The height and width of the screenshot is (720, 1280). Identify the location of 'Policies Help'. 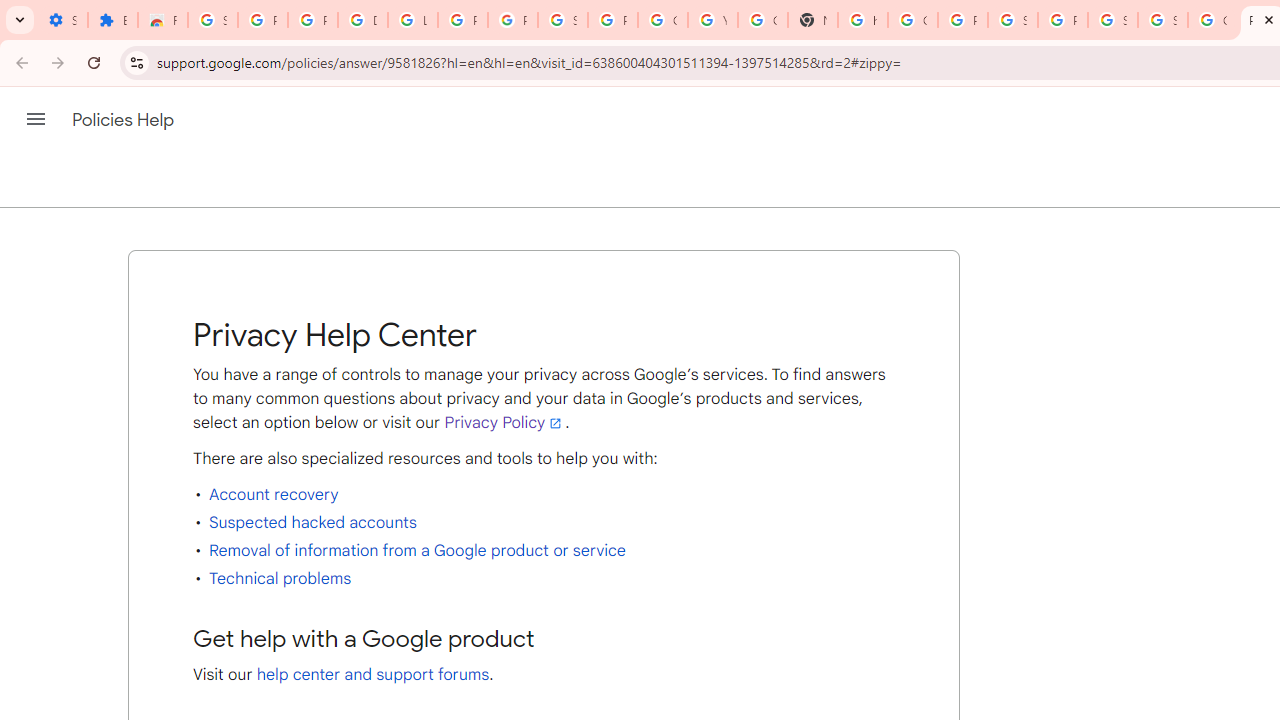
(123, 119).